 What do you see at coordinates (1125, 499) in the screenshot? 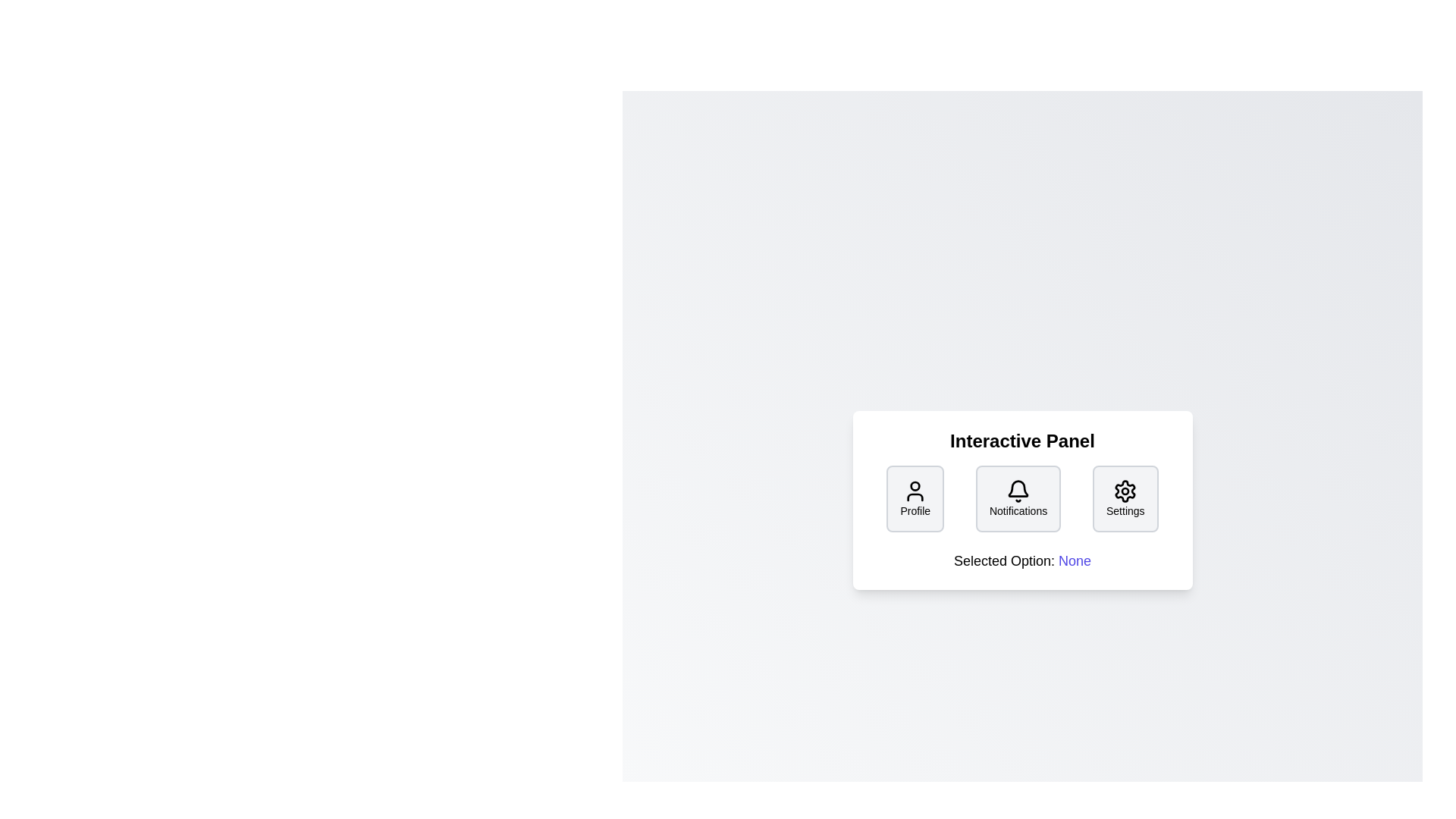
I see `the button labeled Settings to observe its visual design` at bounding box center [1125, 499].